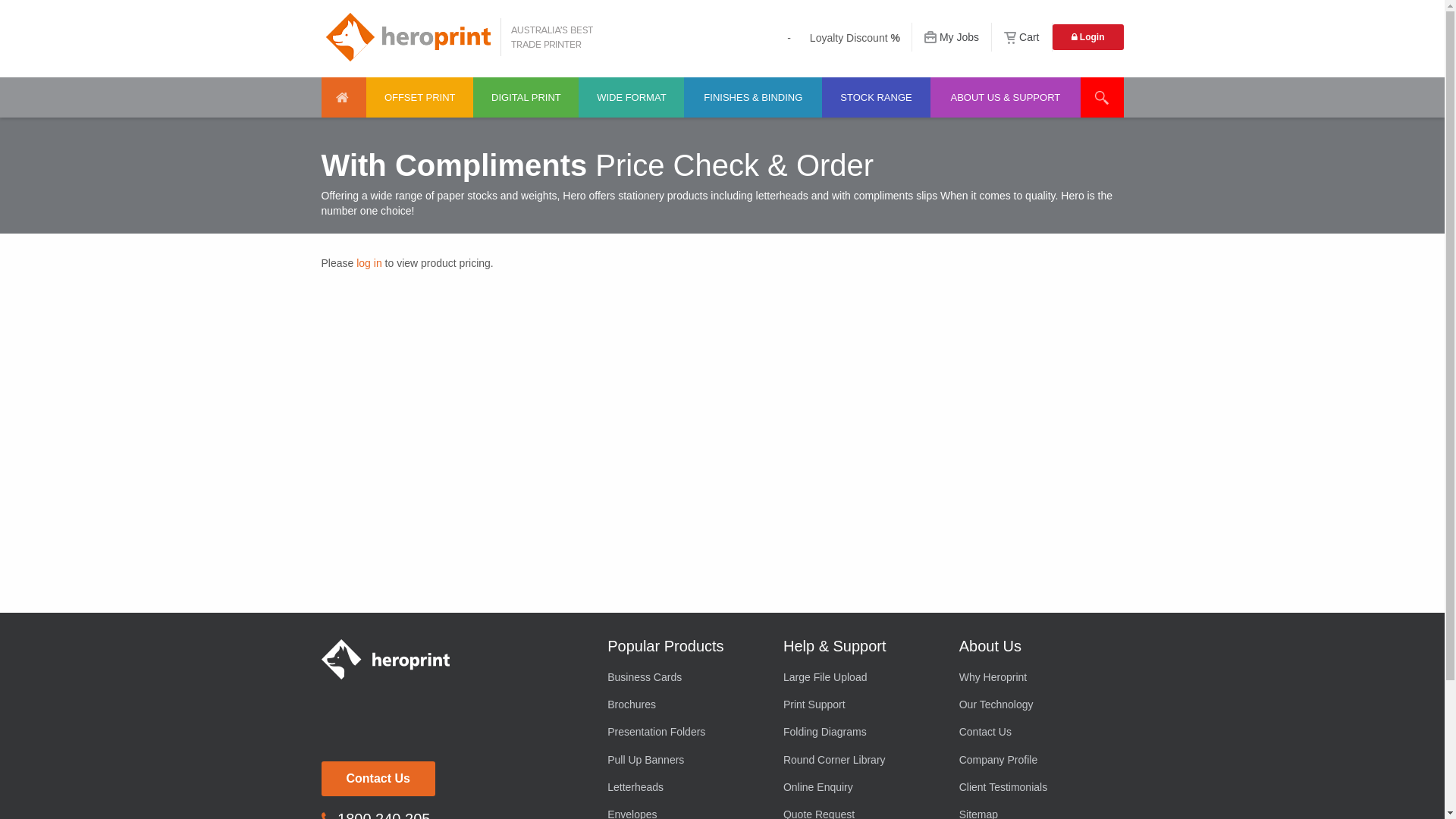 Image resolution: width=1456 pixels, height=819 pixels. I want to click on 'Business Cards', so click(683, 675).